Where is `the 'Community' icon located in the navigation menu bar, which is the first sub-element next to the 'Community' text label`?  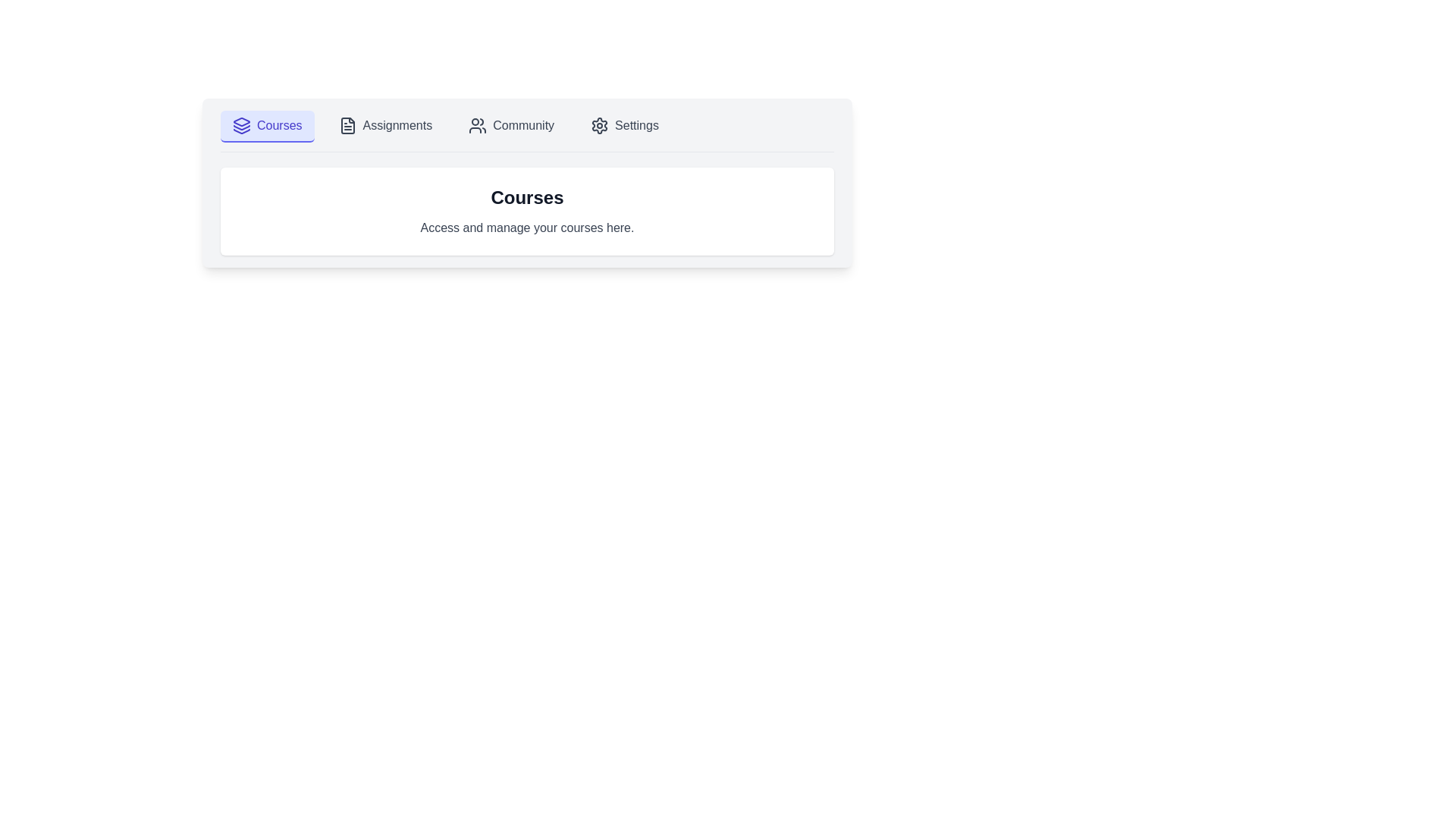
the 'Community' icon located in the navigation menu bar, which is the first sub-element next to the 'Community' text label is located at coordinates (477, 124).